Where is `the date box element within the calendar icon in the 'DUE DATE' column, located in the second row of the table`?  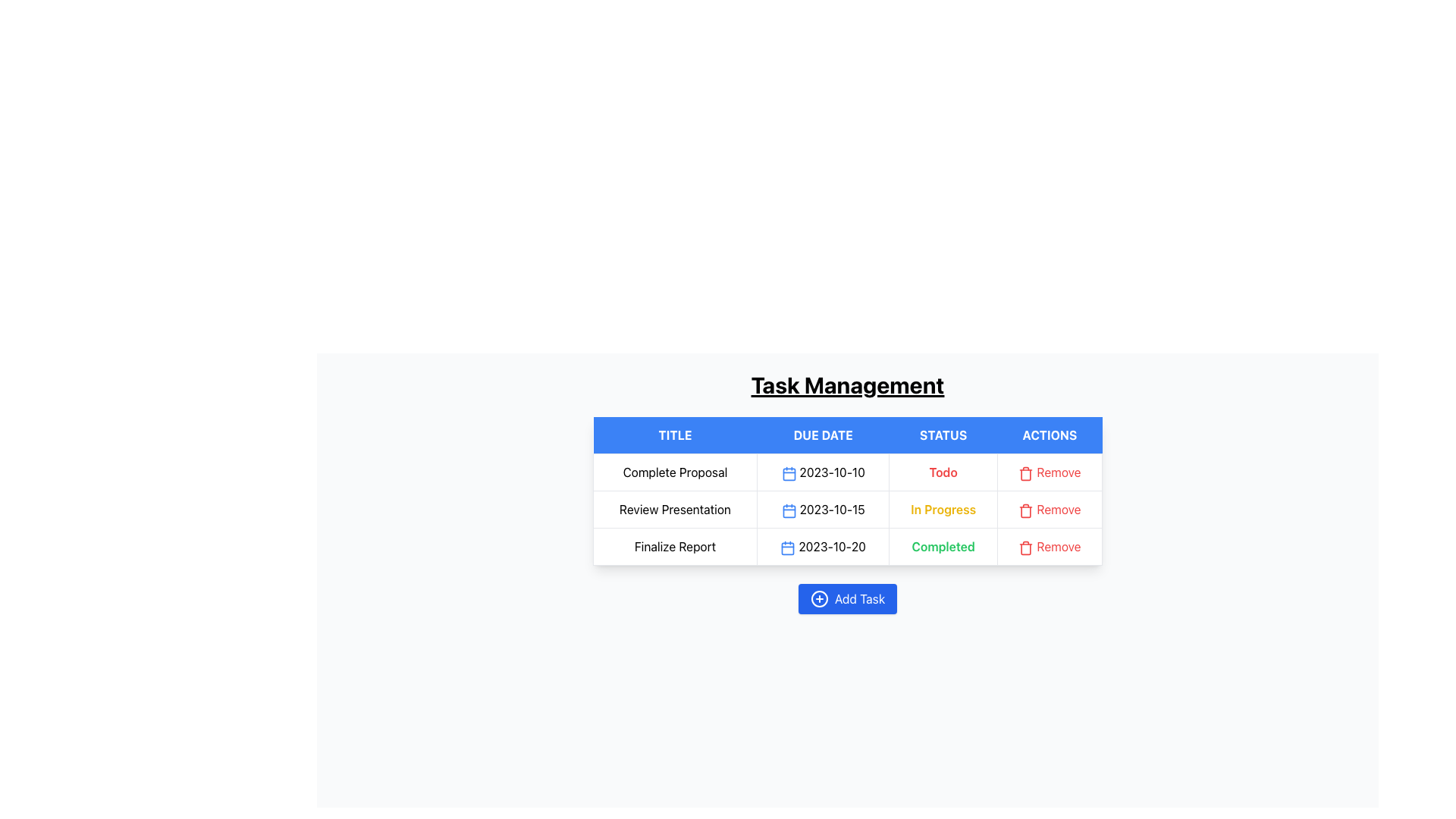
the date box element within the calendar icon in the 'DUE DATE' column, located in the second row of the table is located at coordinates (789, 511).